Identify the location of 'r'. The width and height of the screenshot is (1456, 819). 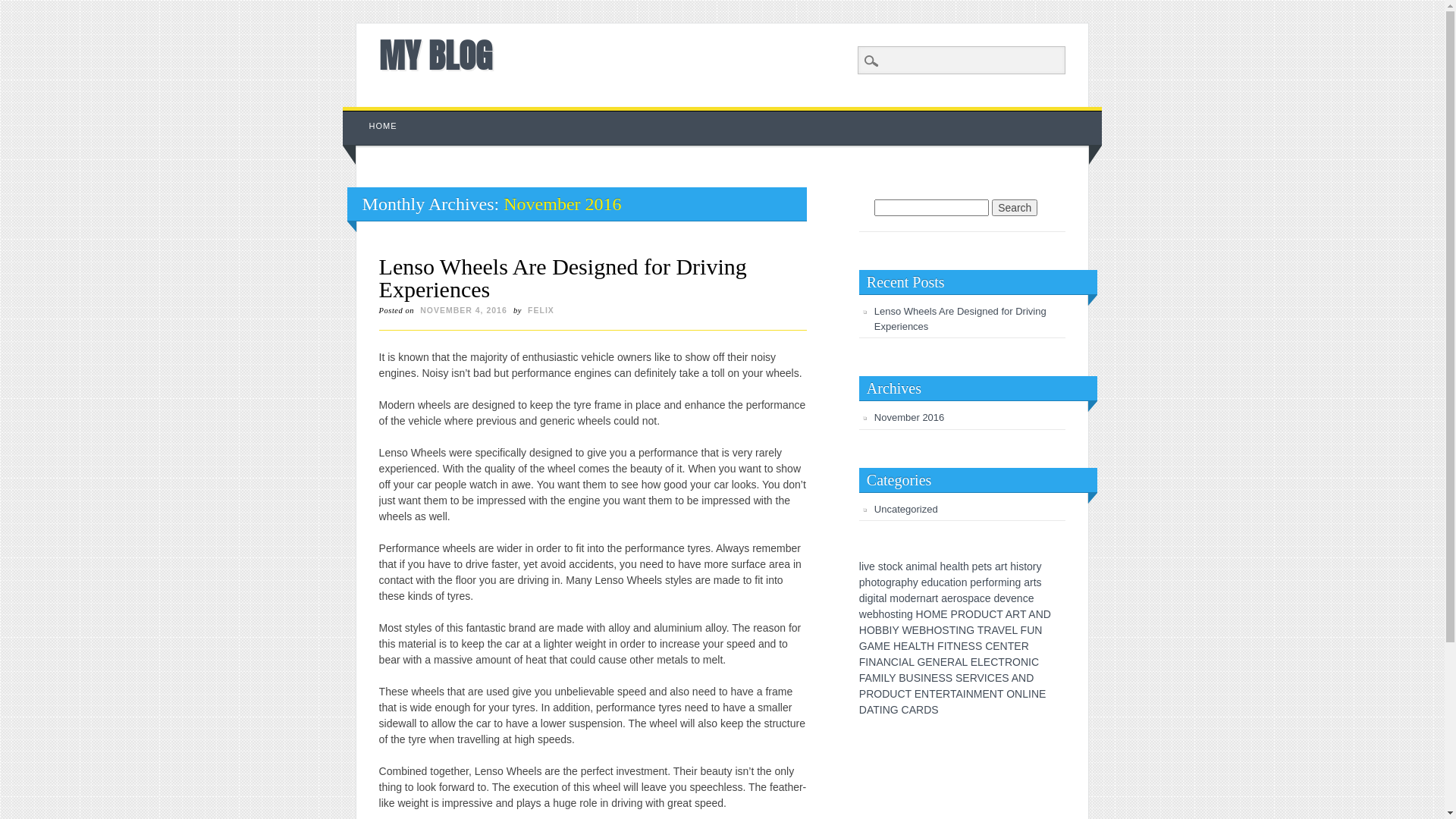
(1003, 566).